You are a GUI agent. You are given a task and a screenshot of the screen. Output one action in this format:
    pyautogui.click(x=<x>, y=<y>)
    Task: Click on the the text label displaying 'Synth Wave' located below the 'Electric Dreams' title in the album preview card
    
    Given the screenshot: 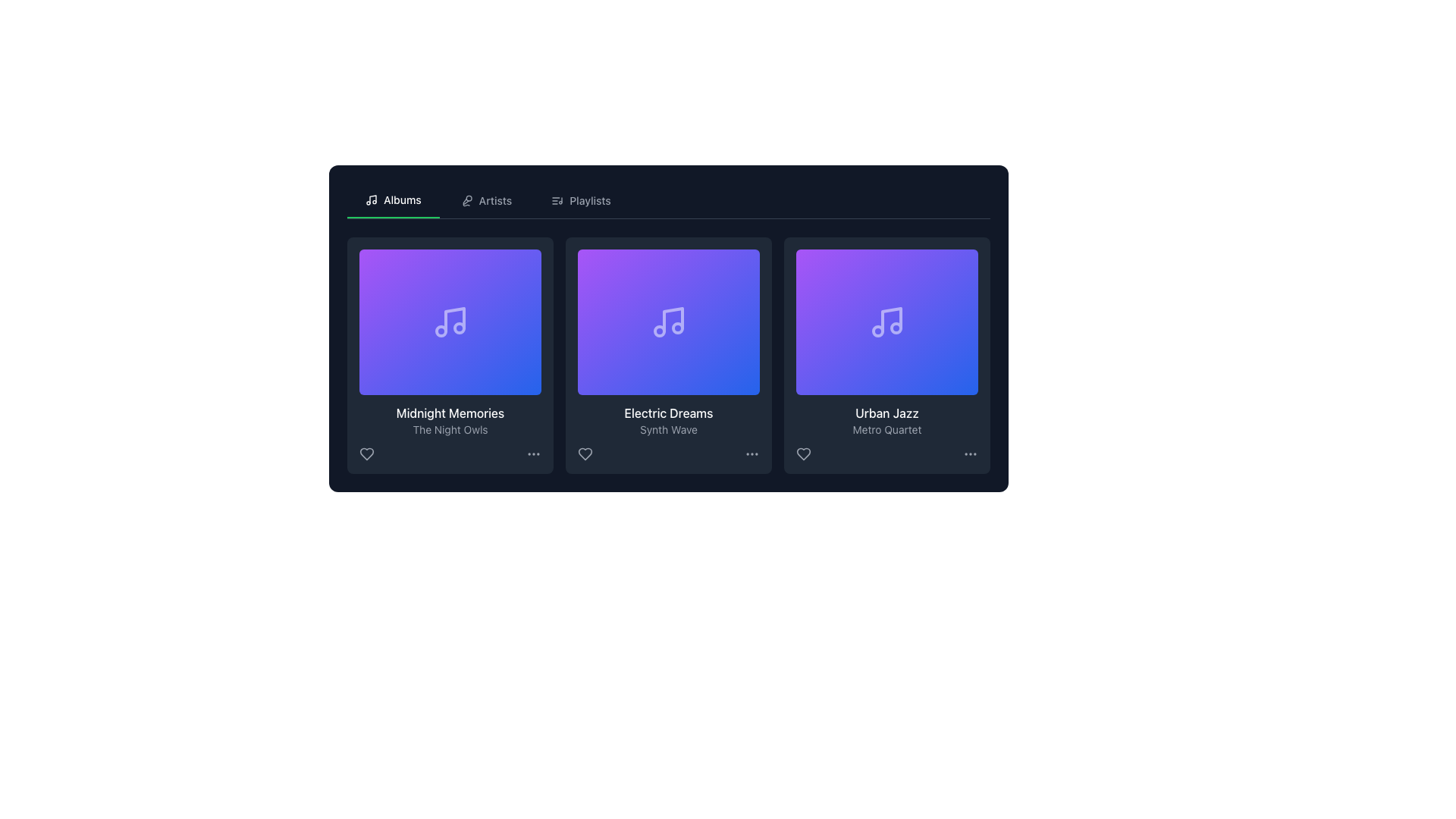 What is the action you would take?
    pyautogui.click(x=668, y=430)
    